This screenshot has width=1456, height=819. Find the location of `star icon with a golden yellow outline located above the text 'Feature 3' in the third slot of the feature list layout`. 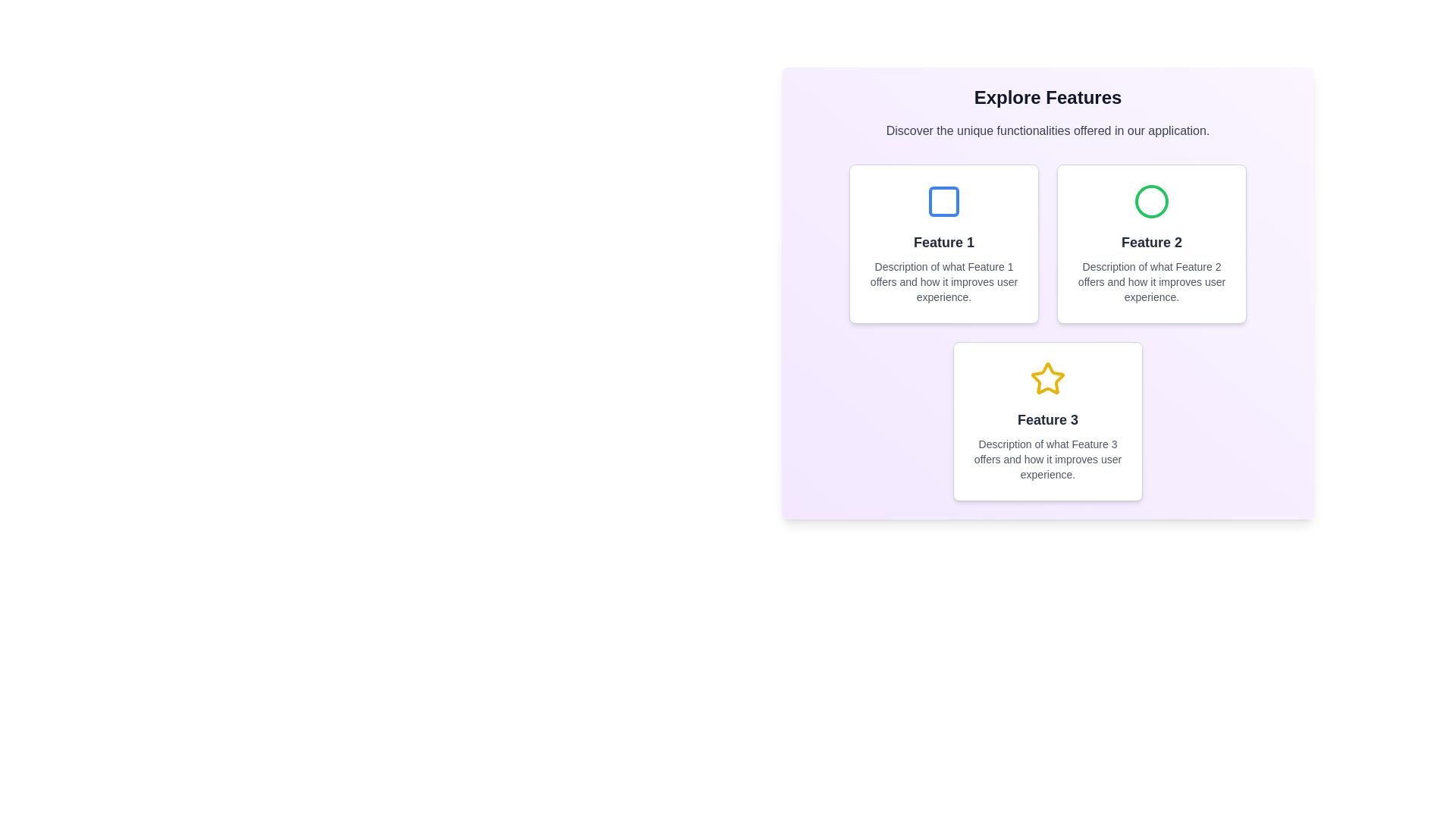

star icon with a golden yellow outline located above the text 'Feature 3' in the third slot of the feature list layout is located at coordinates (1047, 378).